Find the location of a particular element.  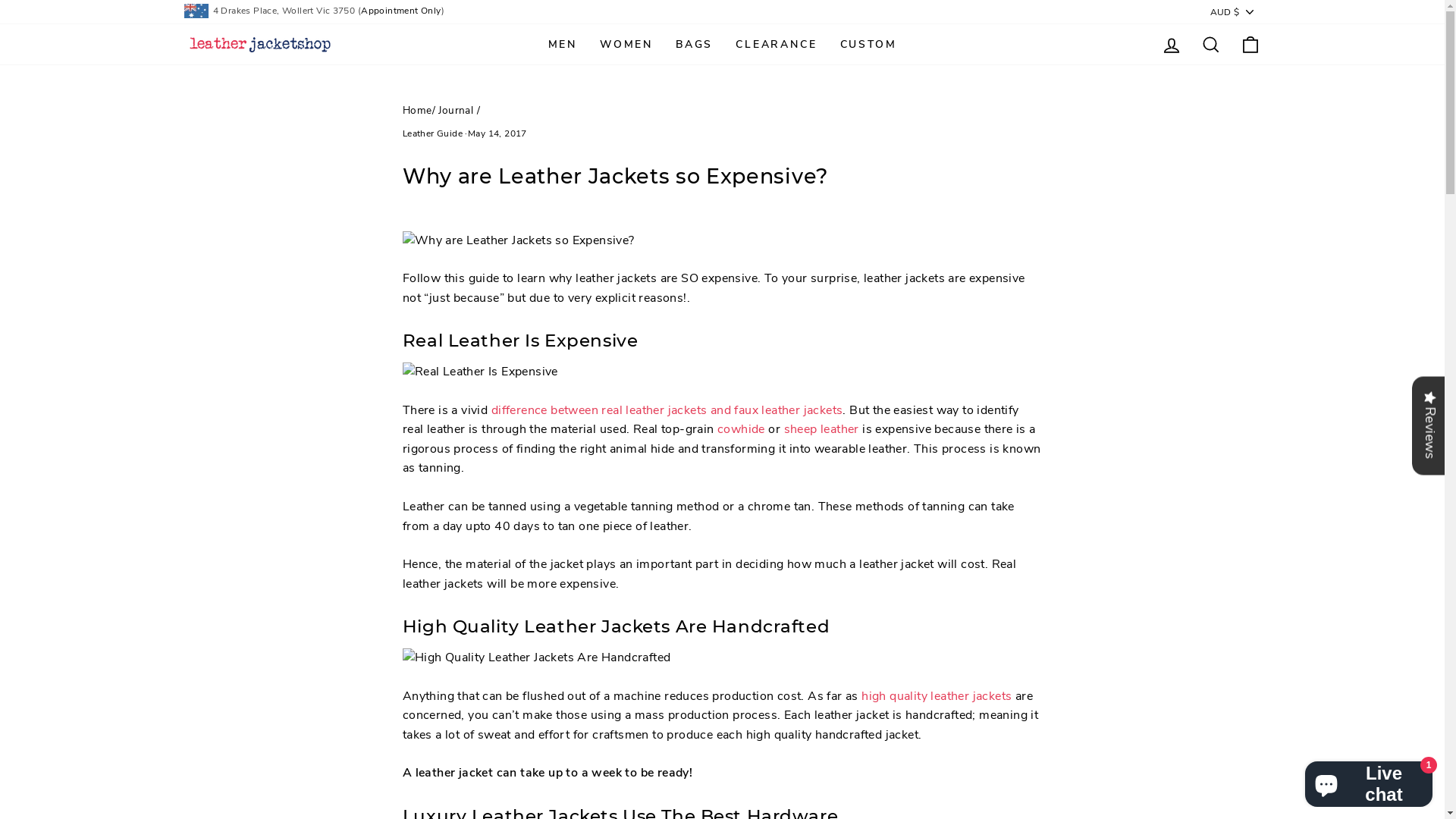

'Skip to content' is located at coordinates (0, 0).